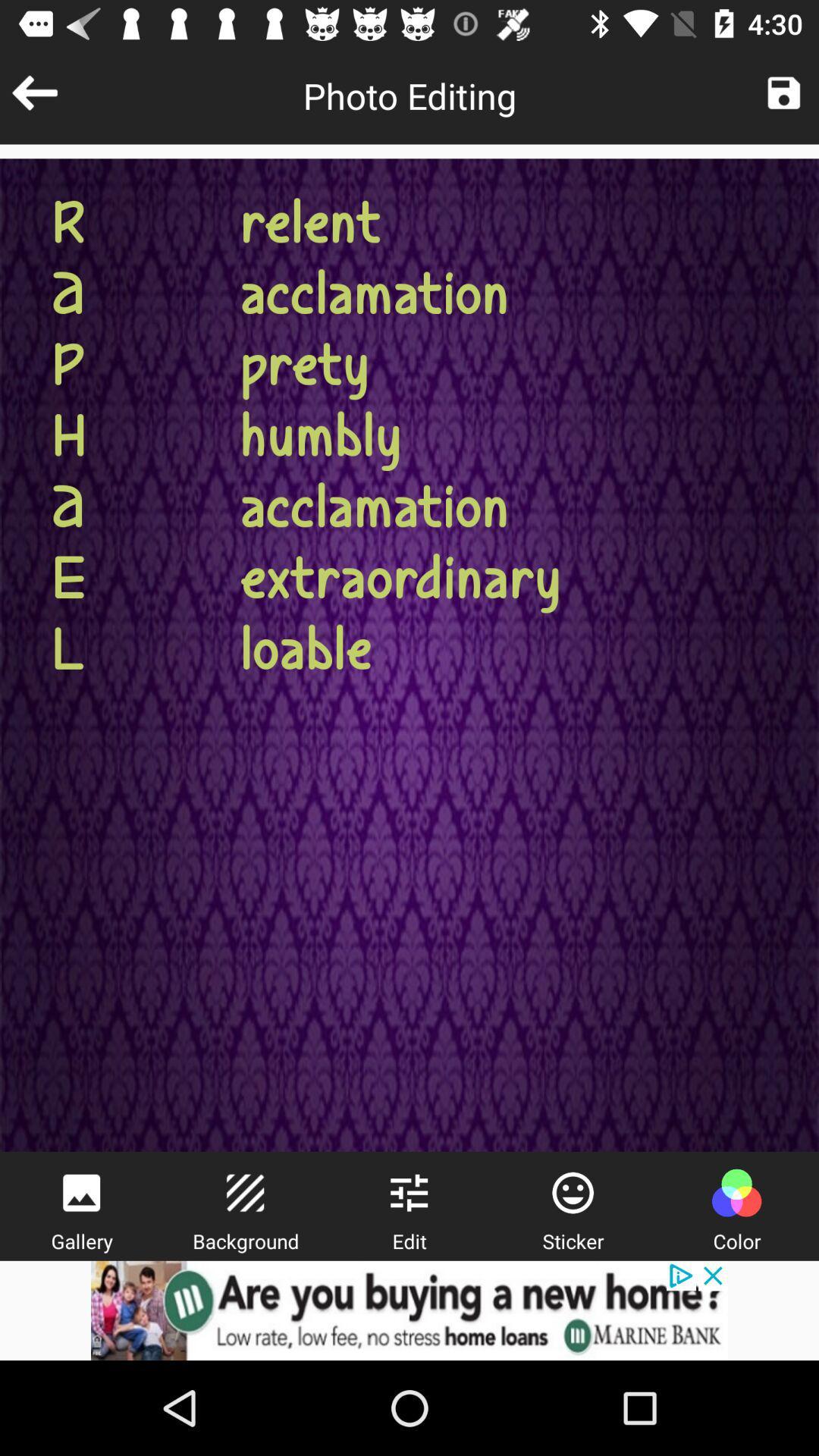  Describe the element at coordinates (81, 1192) in the screenshot. I see `open gallery` at that location.